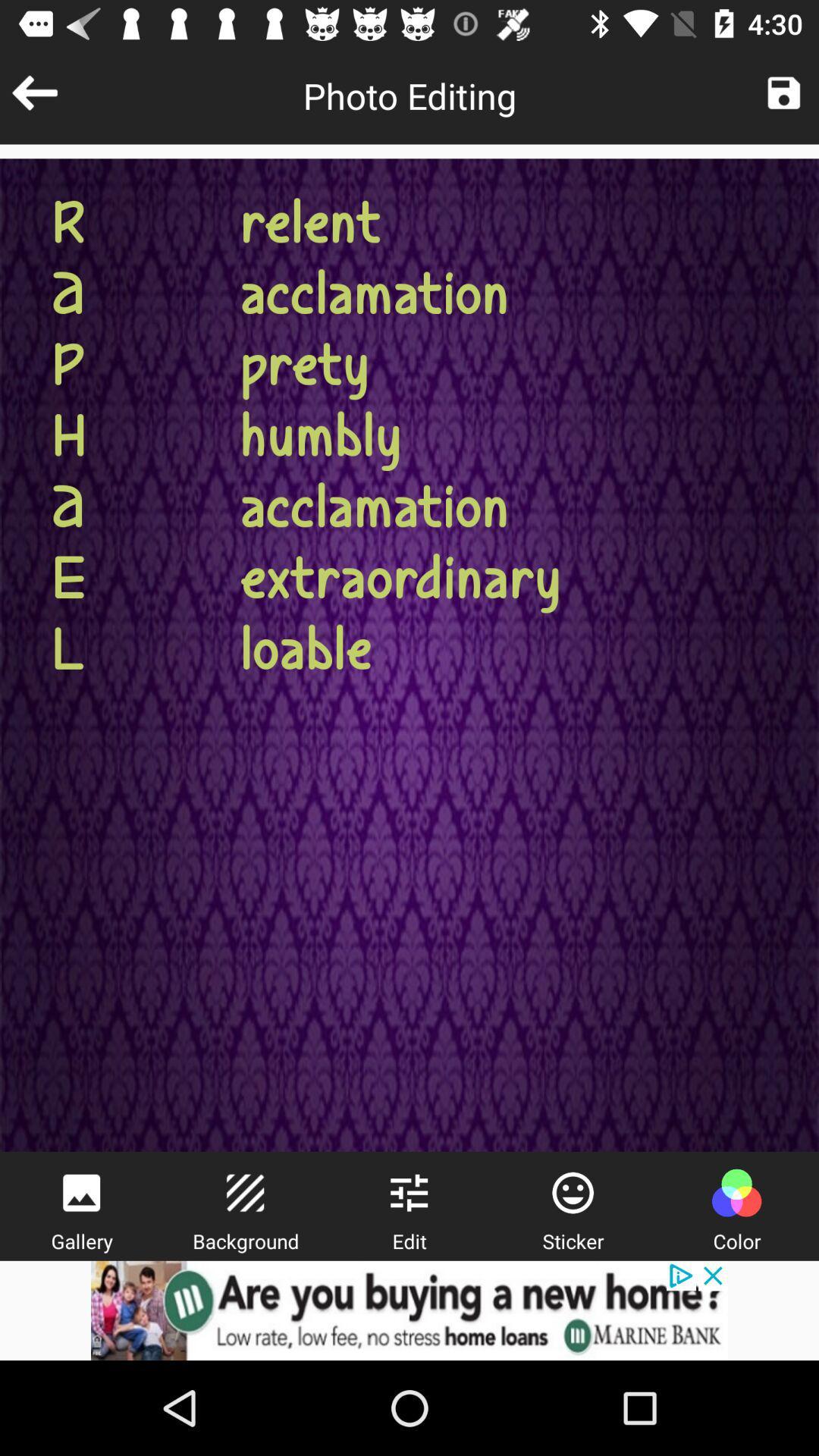  Describe the element at coordinates (81, 1192) in the screenshot. I see `open gallery` at that location.